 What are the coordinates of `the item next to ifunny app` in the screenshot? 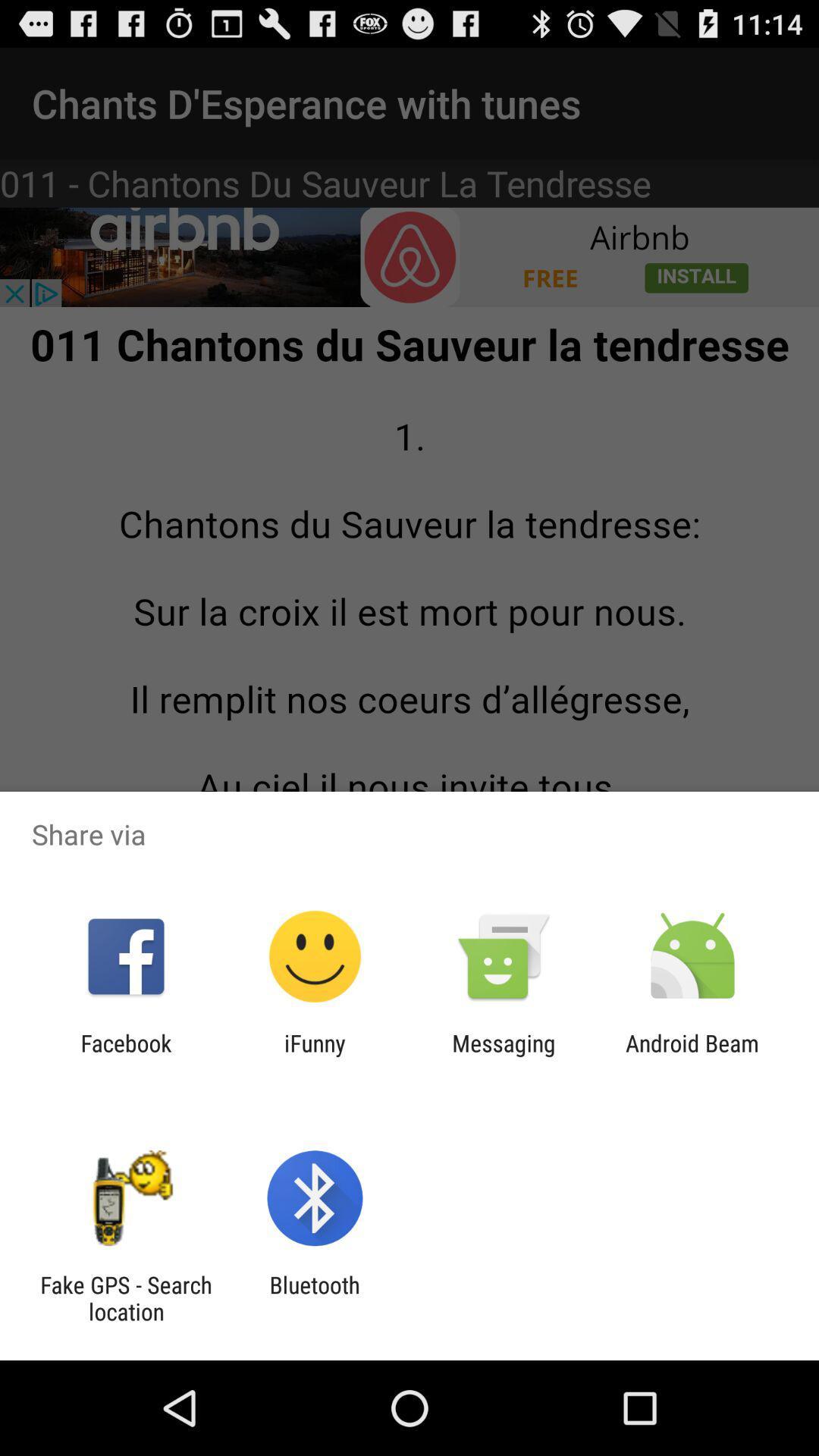 It's located at (504, 1056).